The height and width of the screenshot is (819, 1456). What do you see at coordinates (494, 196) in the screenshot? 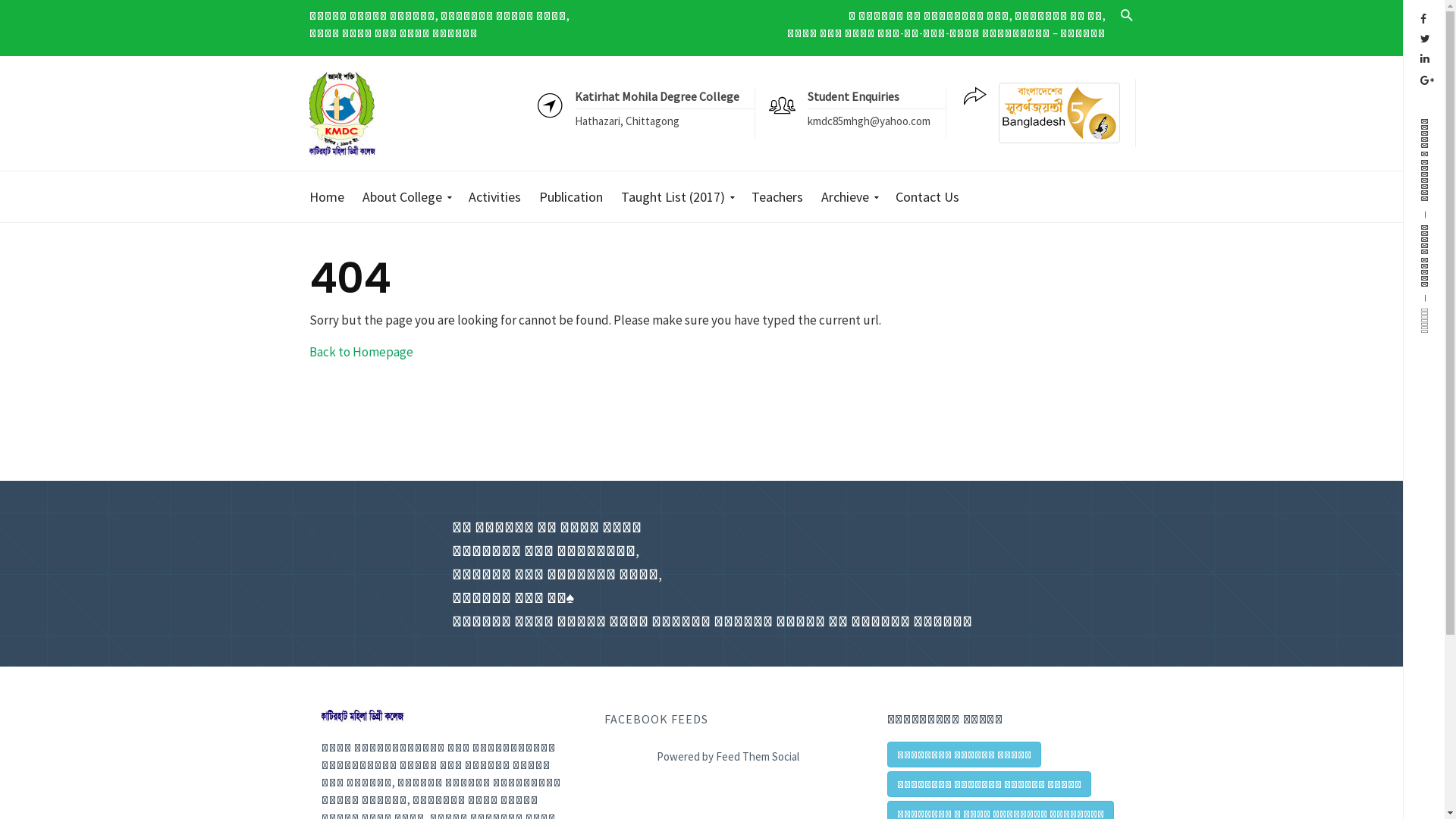
I see `'Activities'` at bounding box center [494, 196].